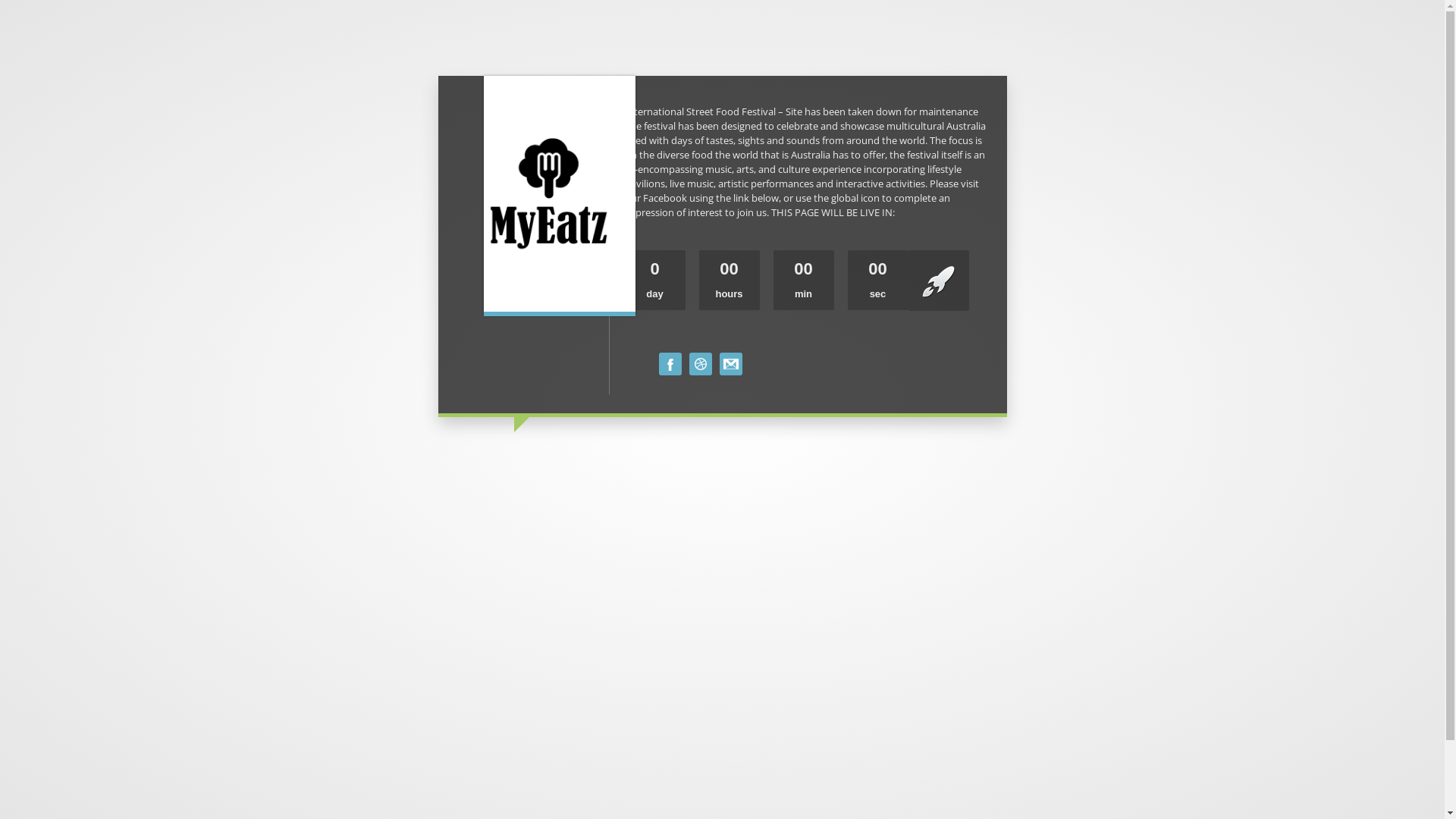 Image resolution: width=1456 pixels, height=819 pixels. I want to click on 'Rebrand', so click(548, 187).